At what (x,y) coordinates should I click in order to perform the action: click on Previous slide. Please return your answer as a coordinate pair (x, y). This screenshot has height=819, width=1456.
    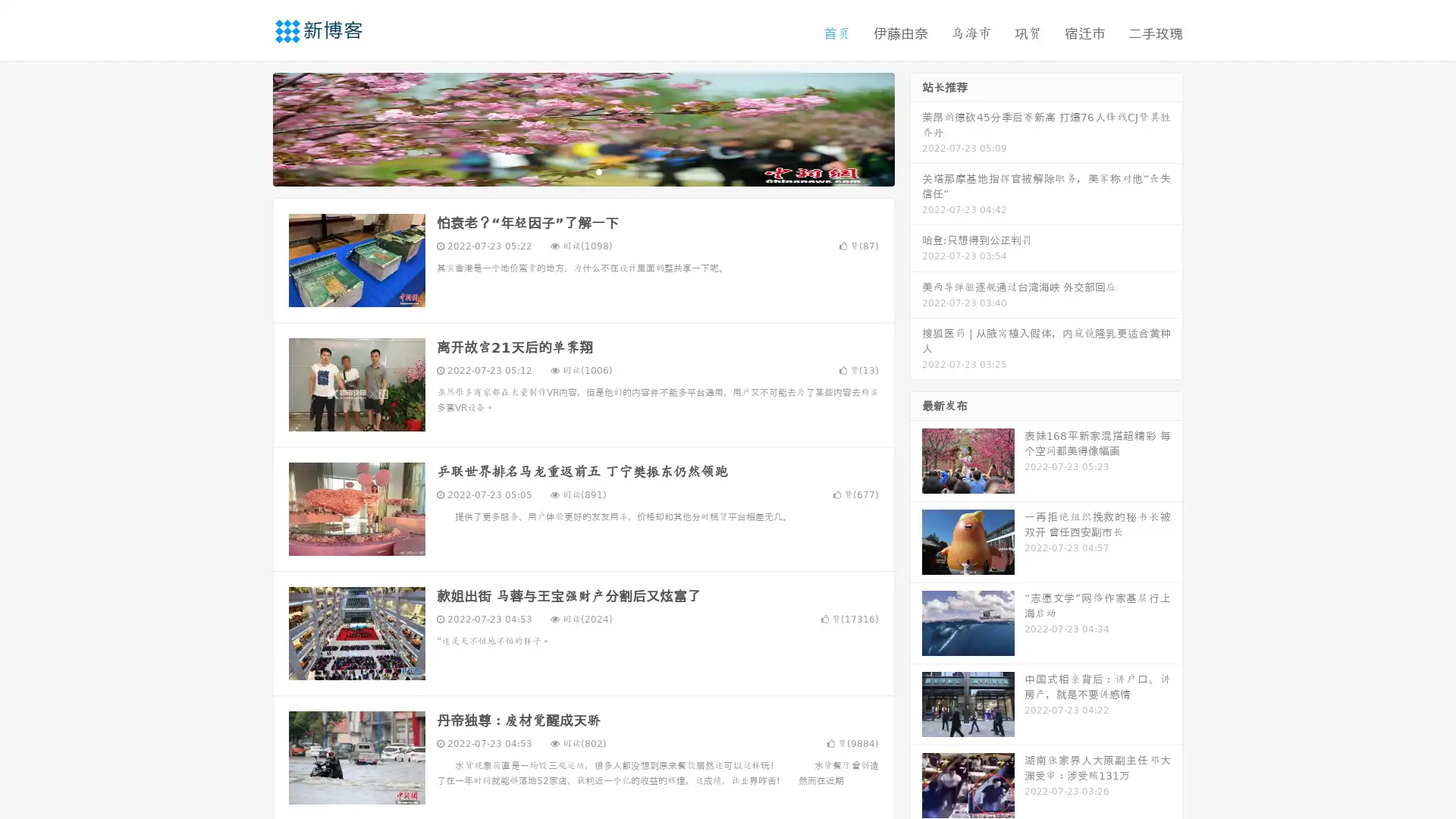
    Looking at the image, I should click on (250, 127).